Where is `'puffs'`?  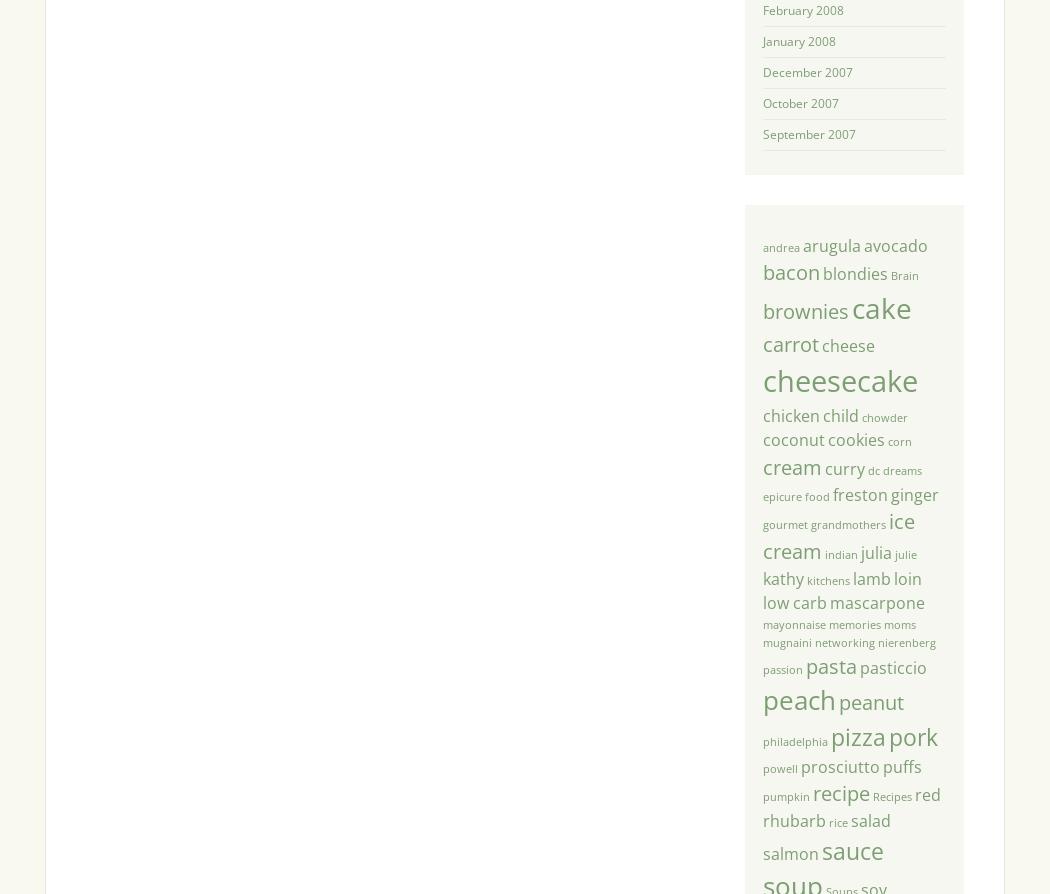
'puffs' is located at coordinates (901, 764).